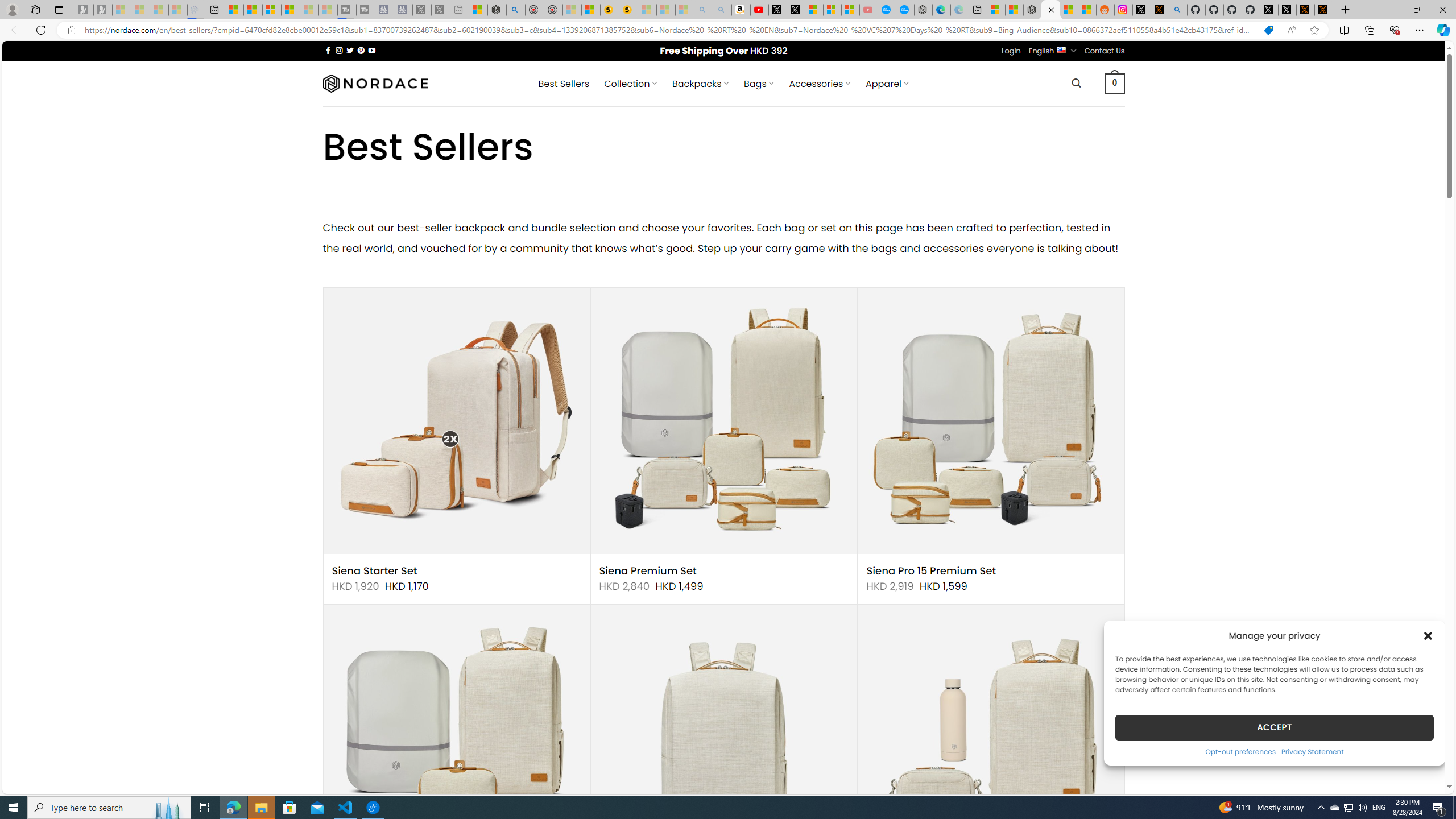 The image size is (1456, 819). I want to click on 'Class: cmplz-close', so click(1428, 635).